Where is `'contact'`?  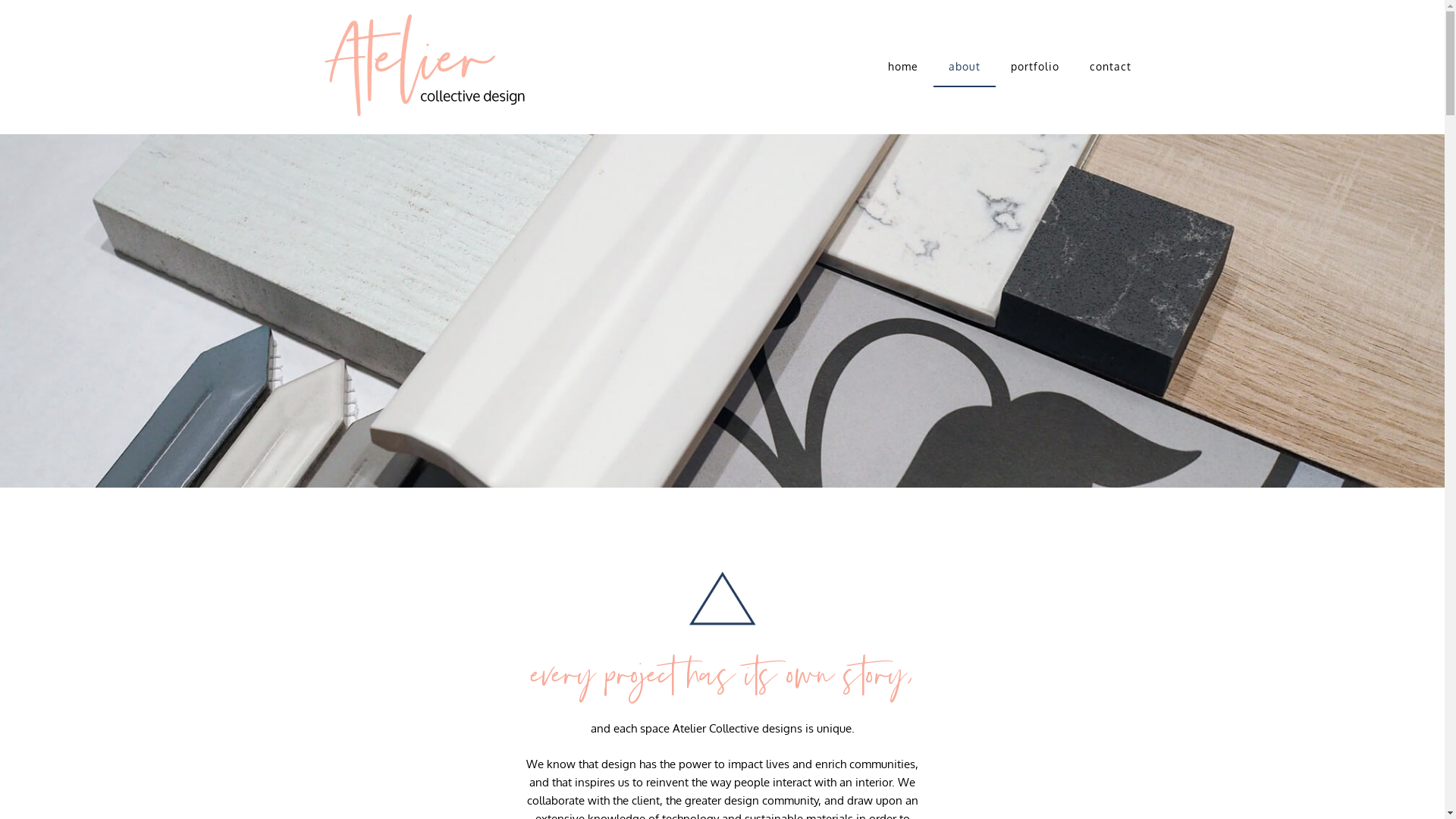 'contact' is located at coordinates (1073, 66).